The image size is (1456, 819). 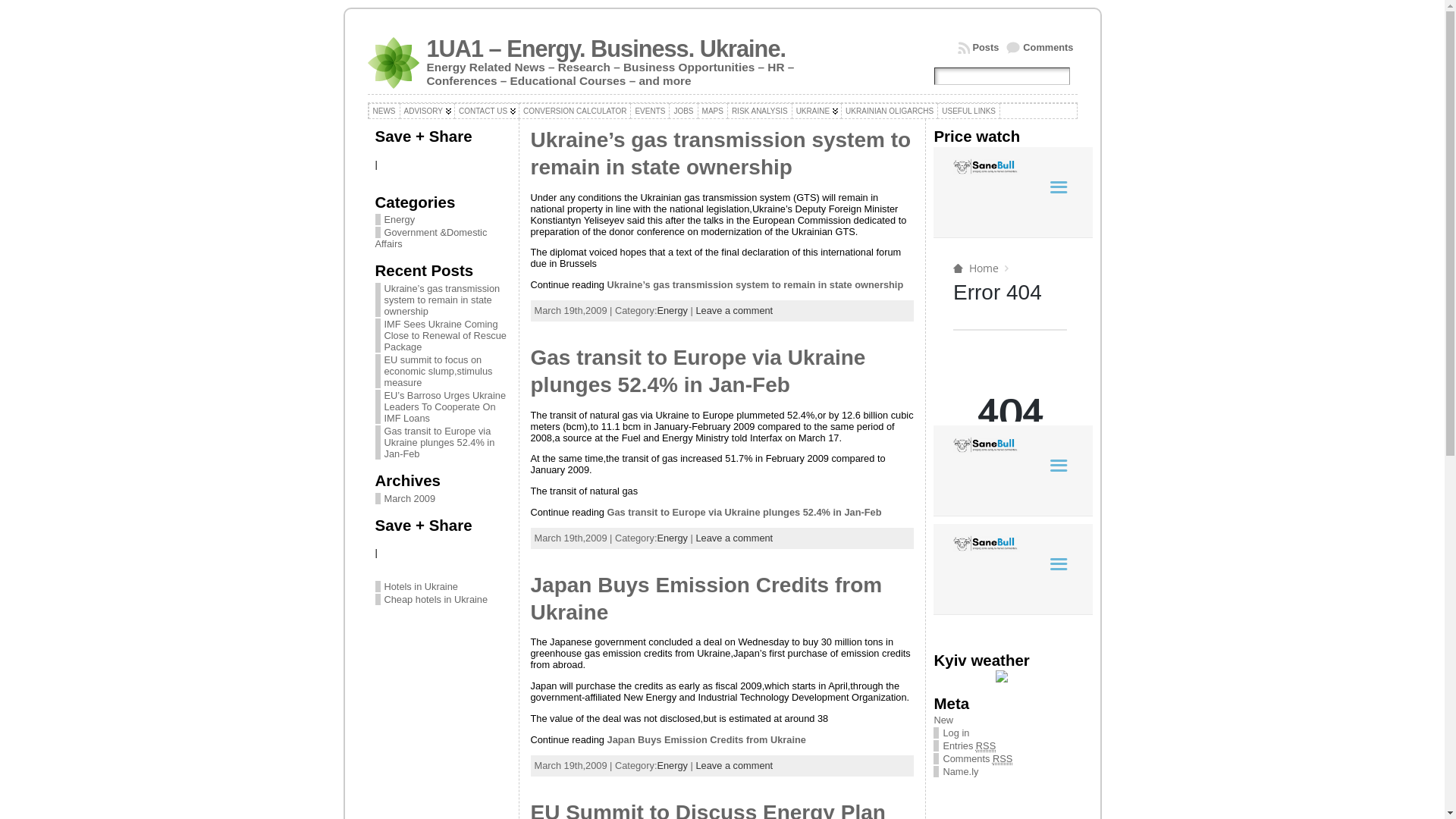 I want to click on 'EVENTS', so click(x=650, y=110).